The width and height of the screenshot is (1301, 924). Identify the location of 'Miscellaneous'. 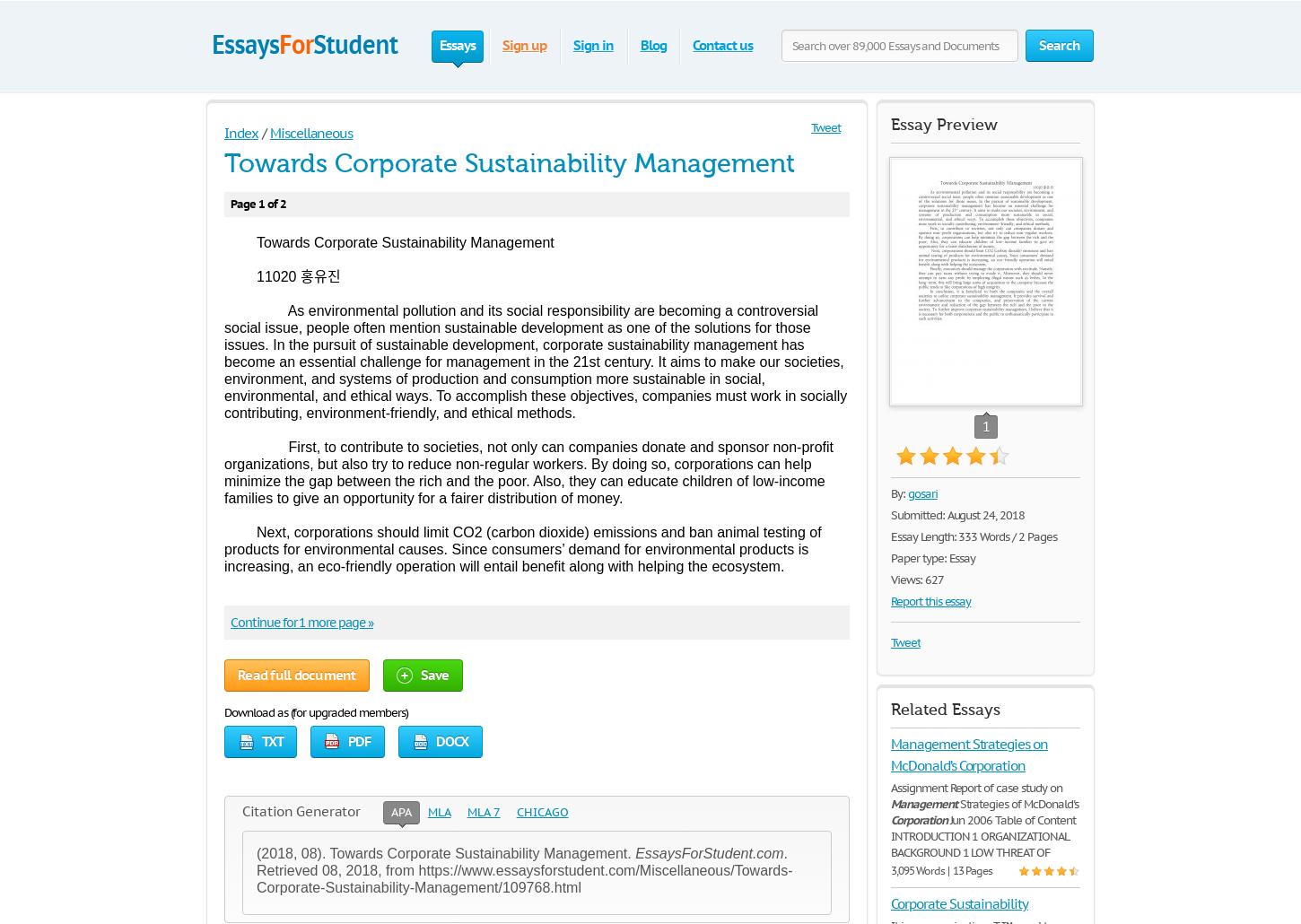
(310, 132).